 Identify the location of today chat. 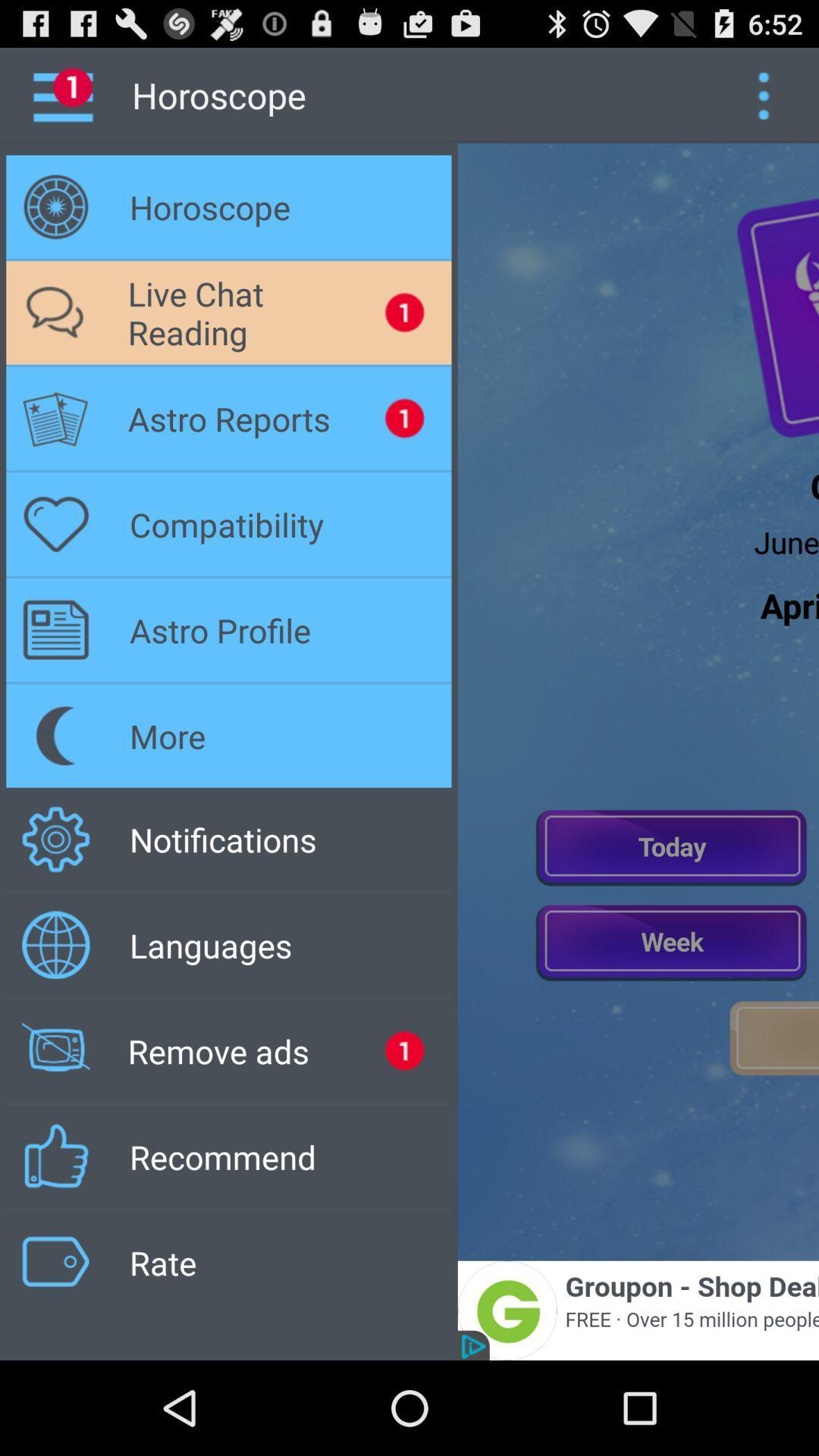
(671, 846).